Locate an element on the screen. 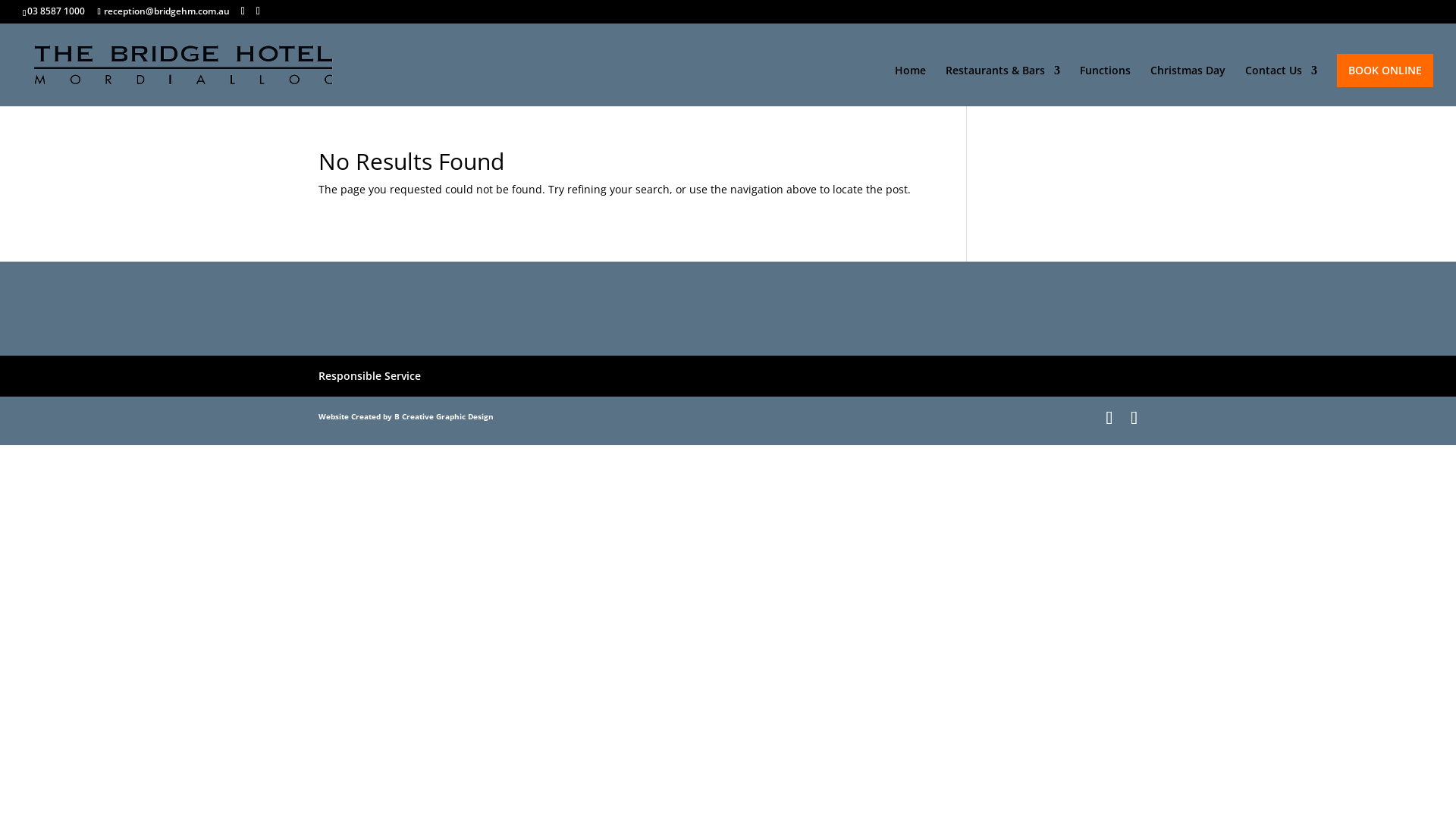 The width and height of the screenshot is (1456, 819). 'Responsible Service' is located at coordinates (369, 375).